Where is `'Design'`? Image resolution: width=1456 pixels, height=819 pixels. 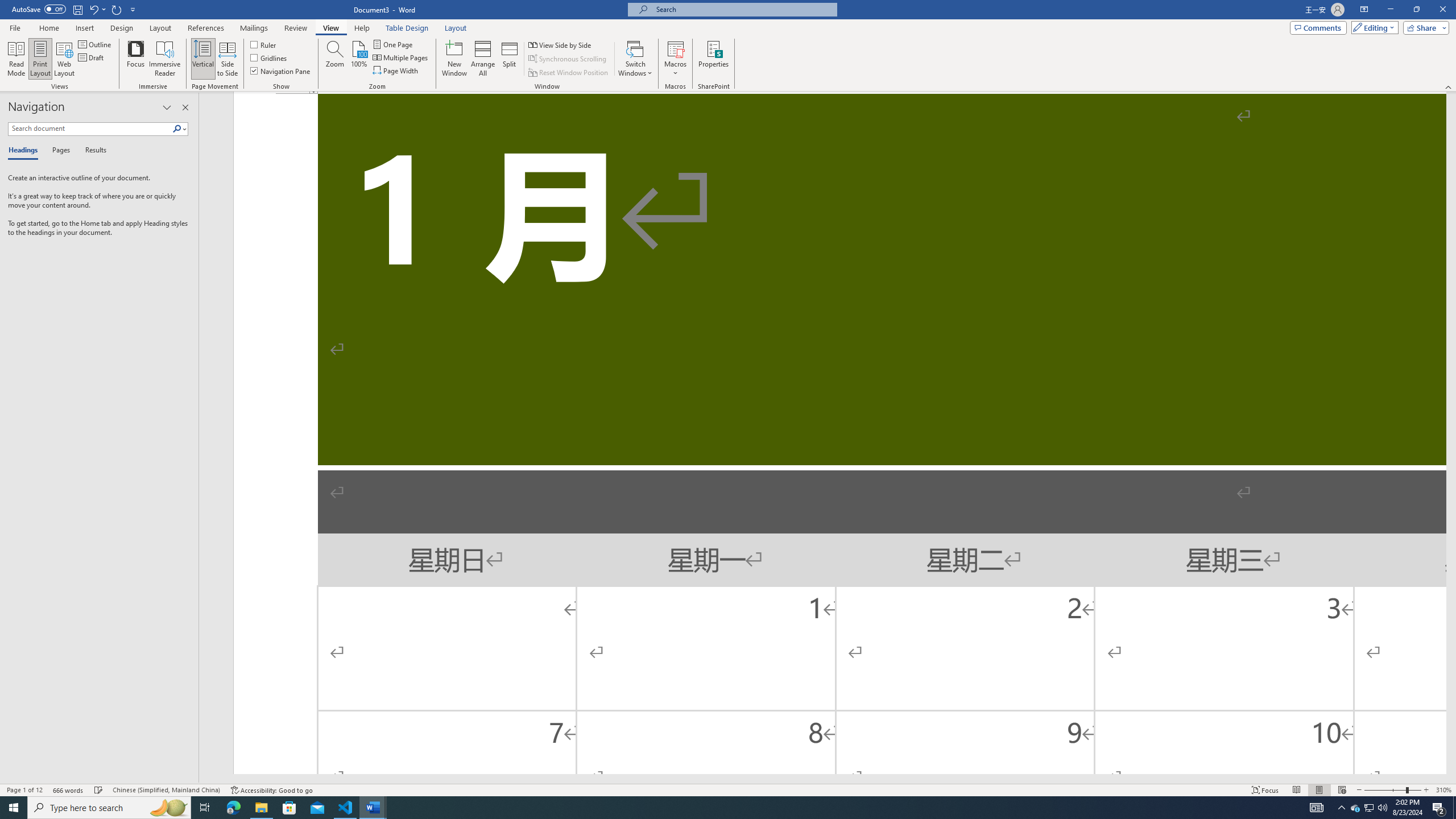
'Design' is located at coordinates (122, 28).